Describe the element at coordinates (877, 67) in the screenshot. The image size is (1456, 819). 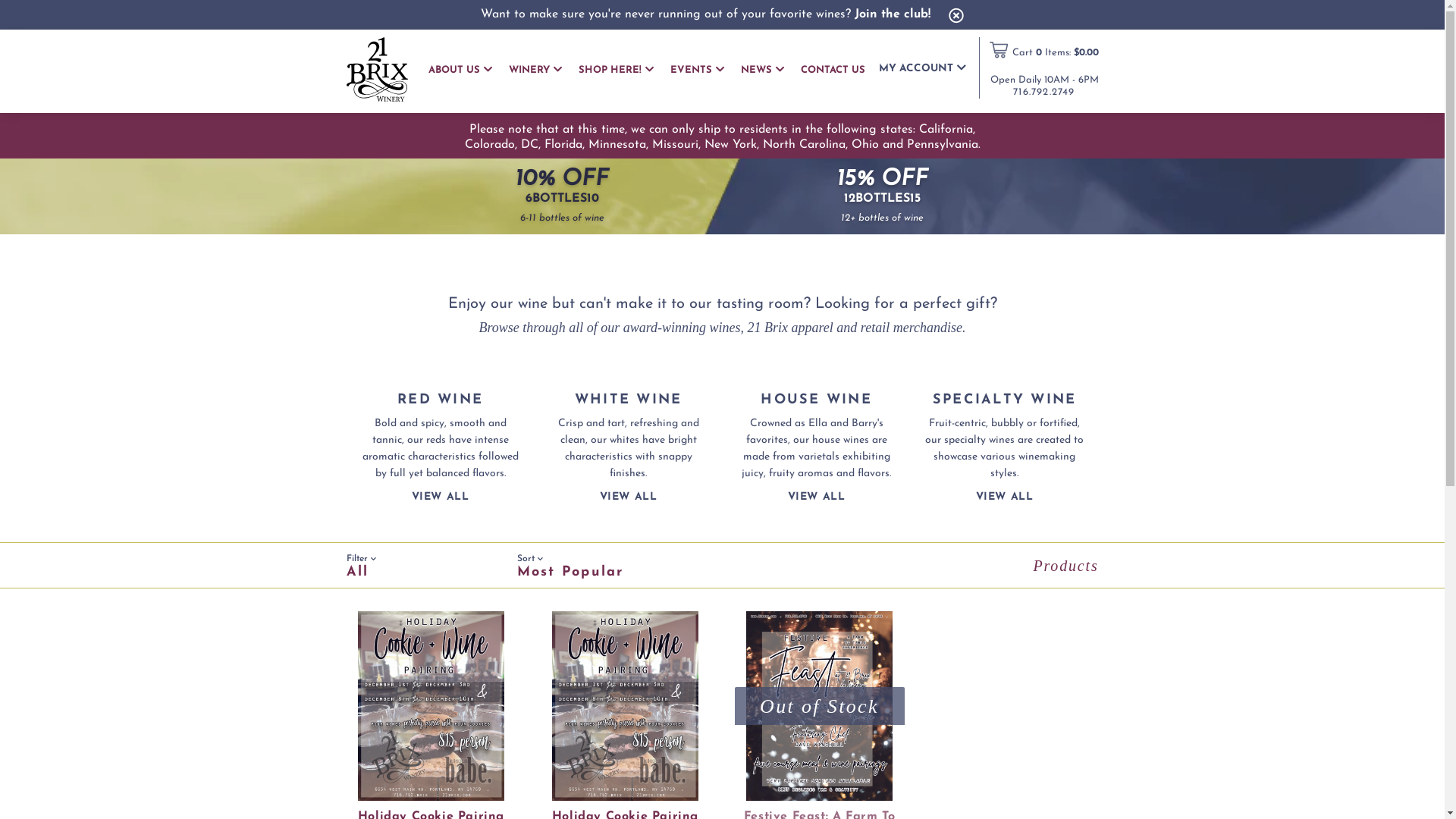
I see `'MY ACCOUNT'` at that location.